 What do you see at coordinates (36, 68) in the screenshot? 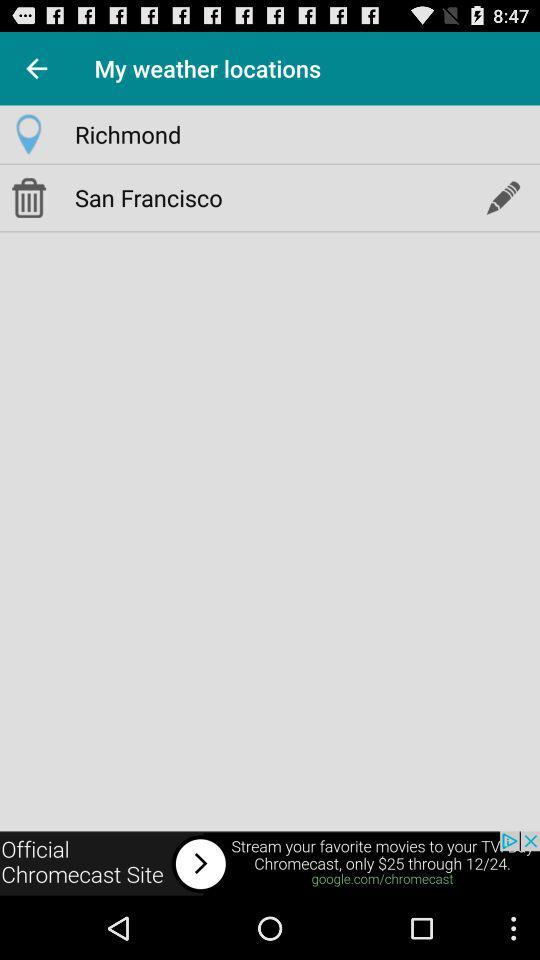
I see `previous page` at bounding box center [36, 68].